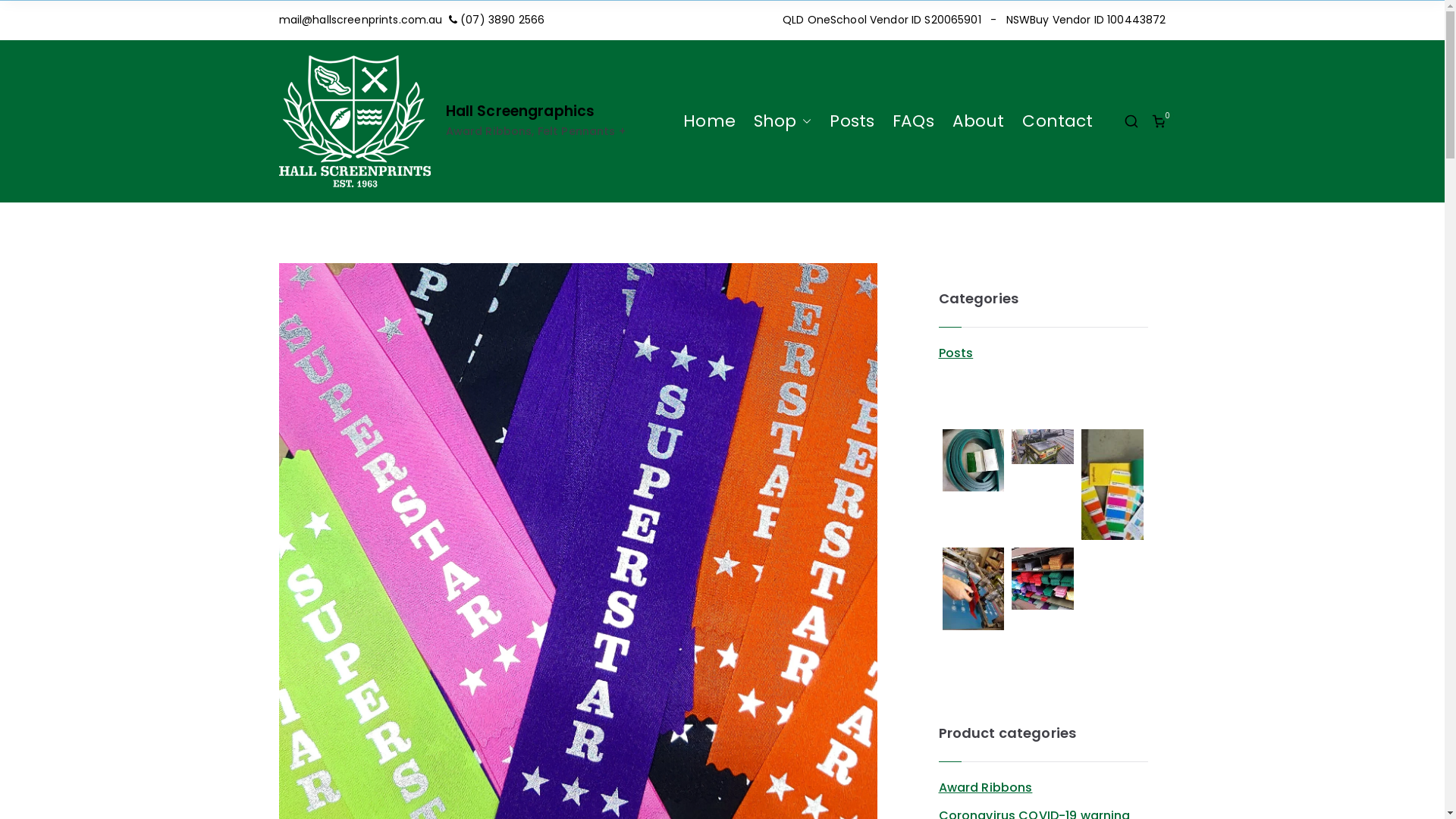 The image size is (1456, 819). I want to click on '(07) 3890 2566', so click(502, 20).